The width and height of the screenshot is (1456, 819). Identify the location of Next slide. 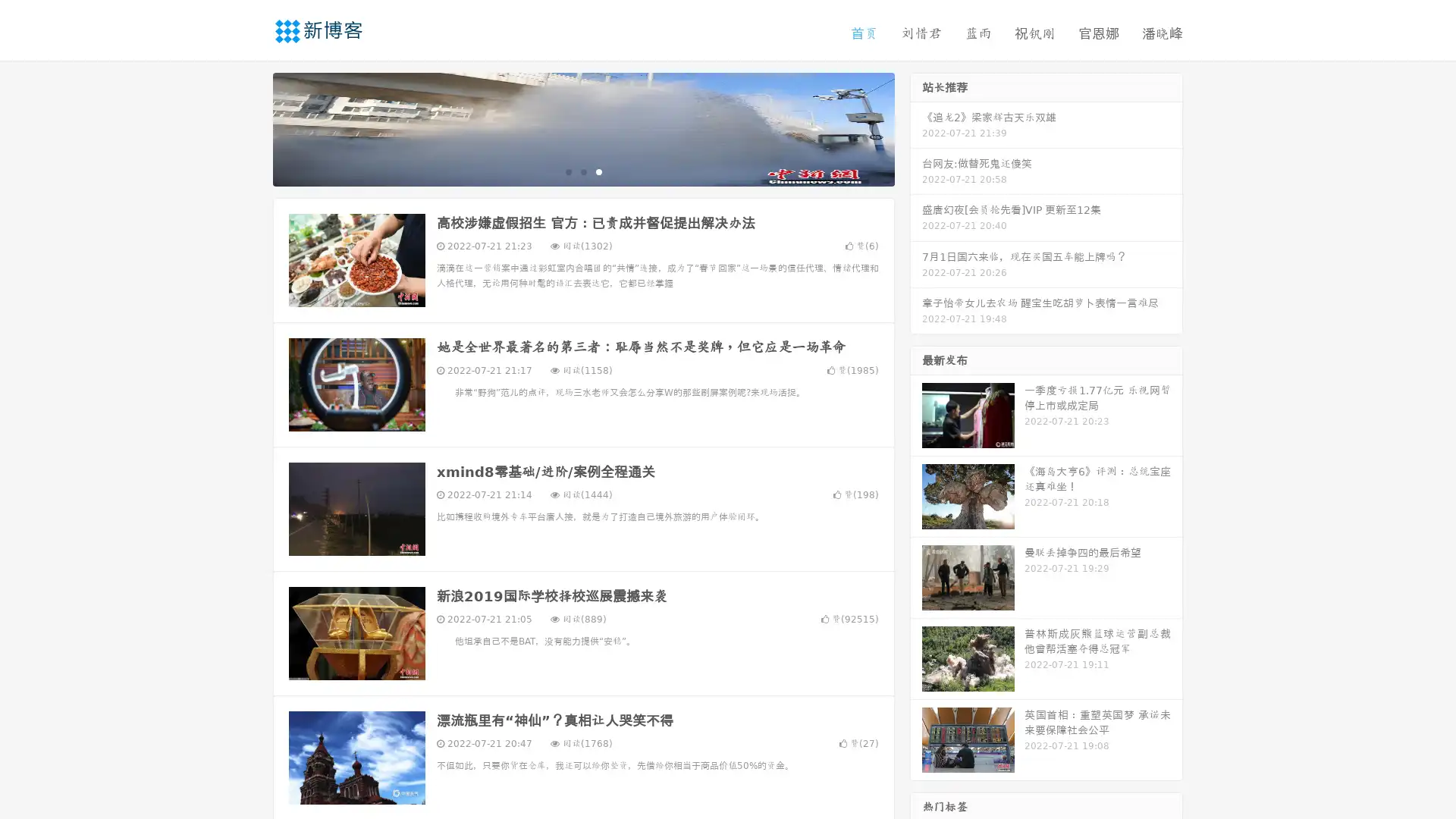
(916, 127).